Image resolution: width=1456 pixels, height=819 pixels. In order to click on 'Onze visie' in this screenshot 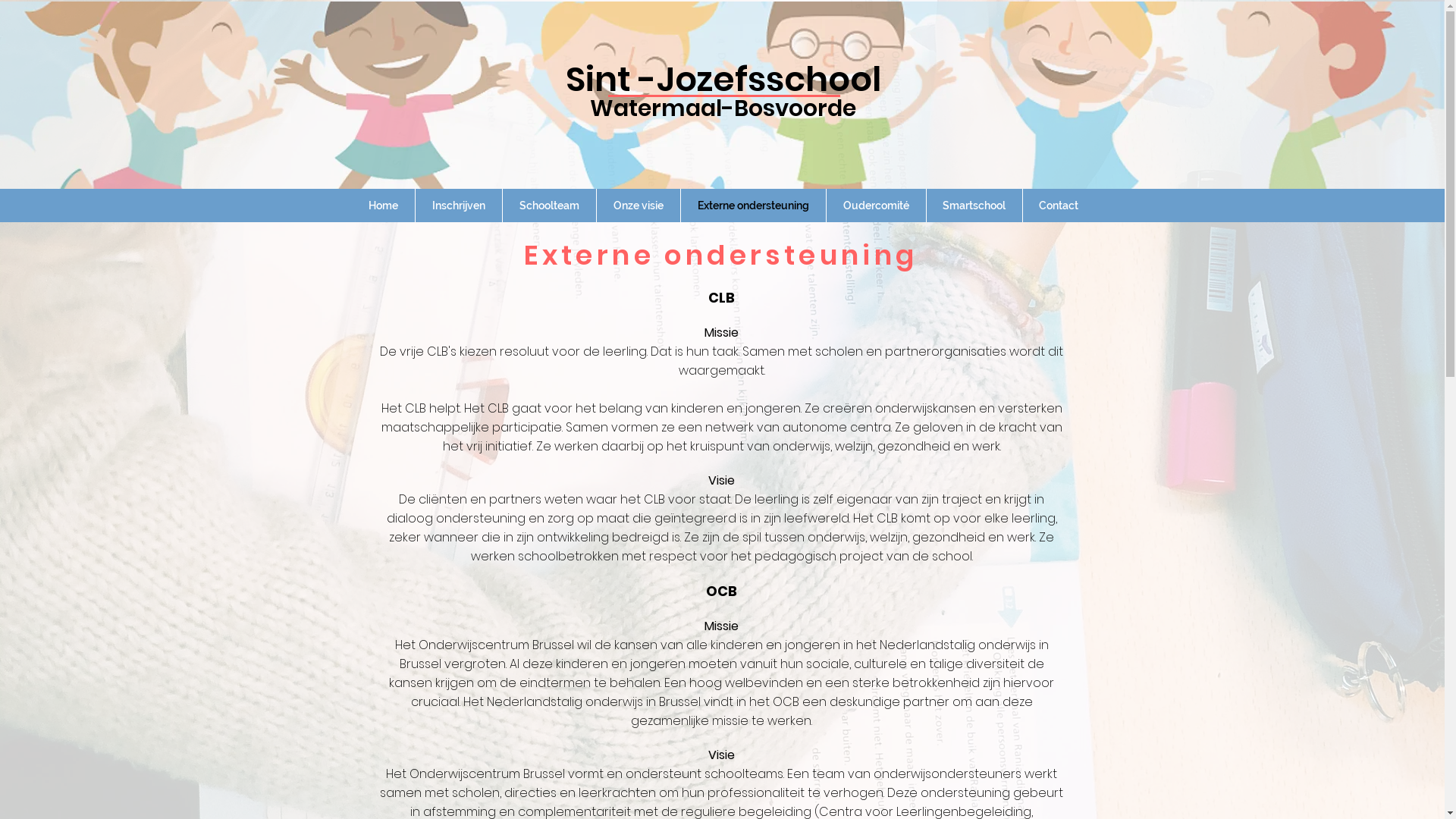, I will do `click(595, 205)`.